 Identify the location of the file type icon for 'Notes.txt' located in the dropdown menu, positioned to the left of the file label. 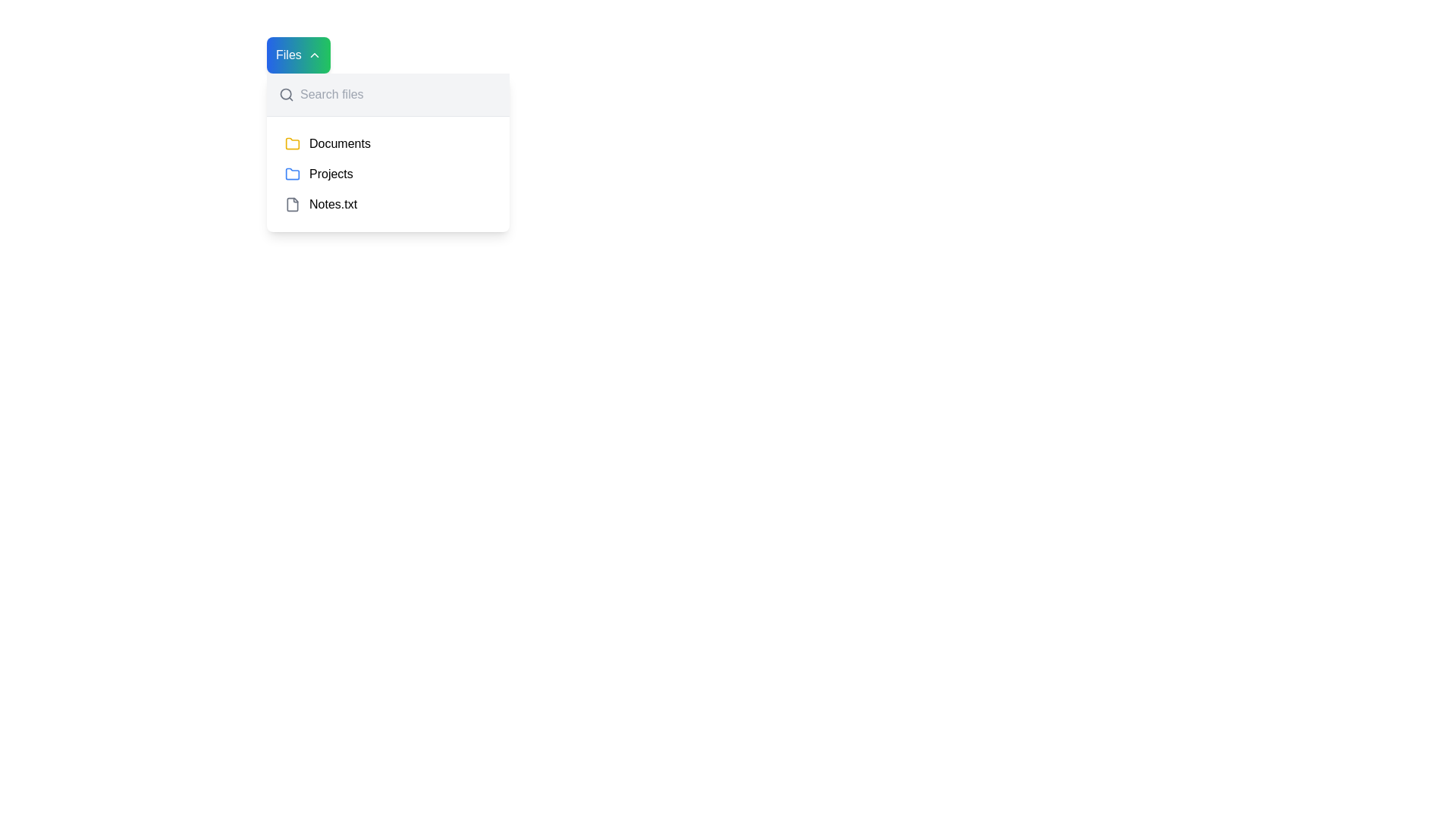
(292, 205).